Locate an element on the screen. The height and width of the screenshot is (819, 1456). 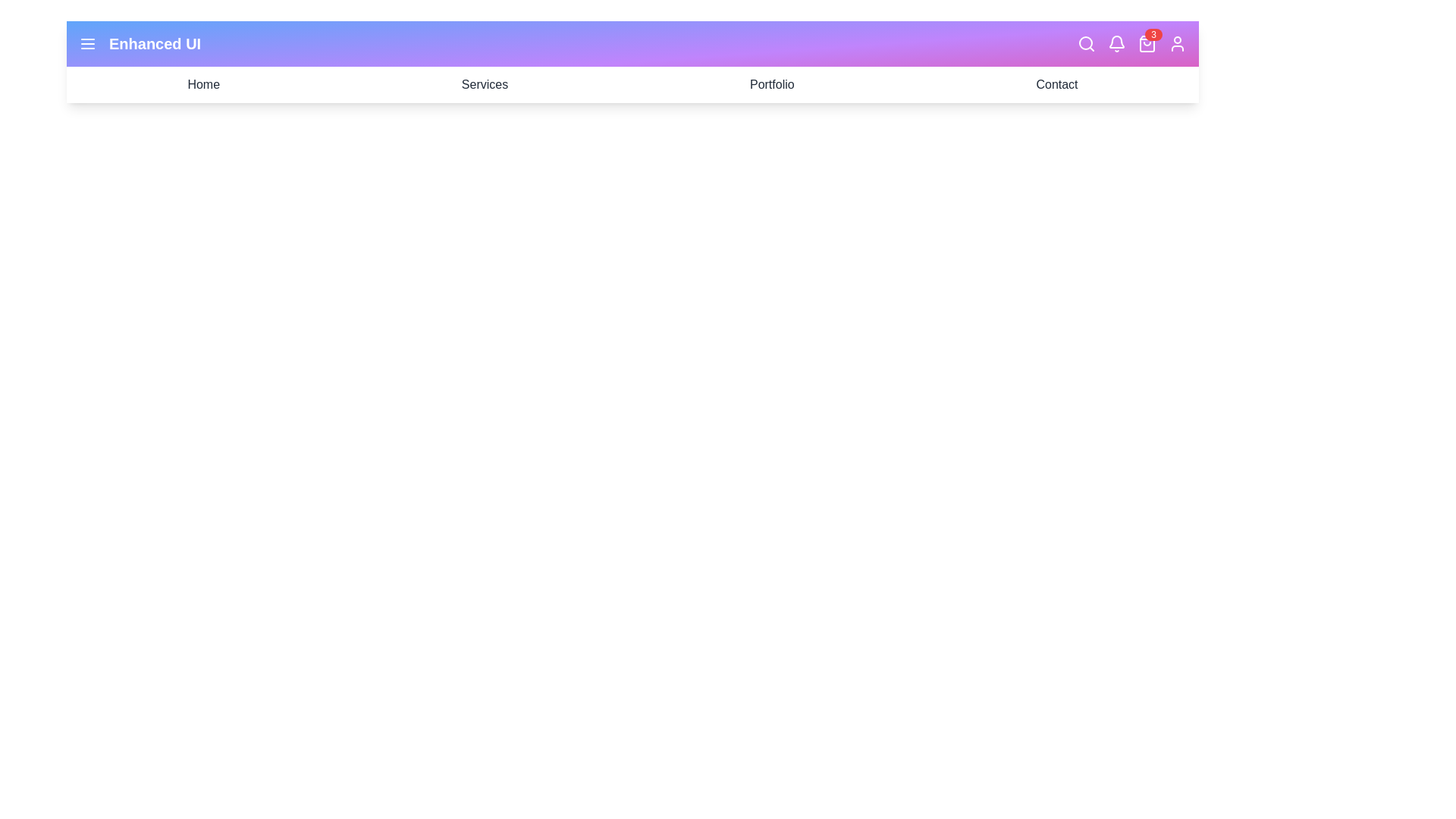
the navigation link Contact is located at coordinates (1056, 84).